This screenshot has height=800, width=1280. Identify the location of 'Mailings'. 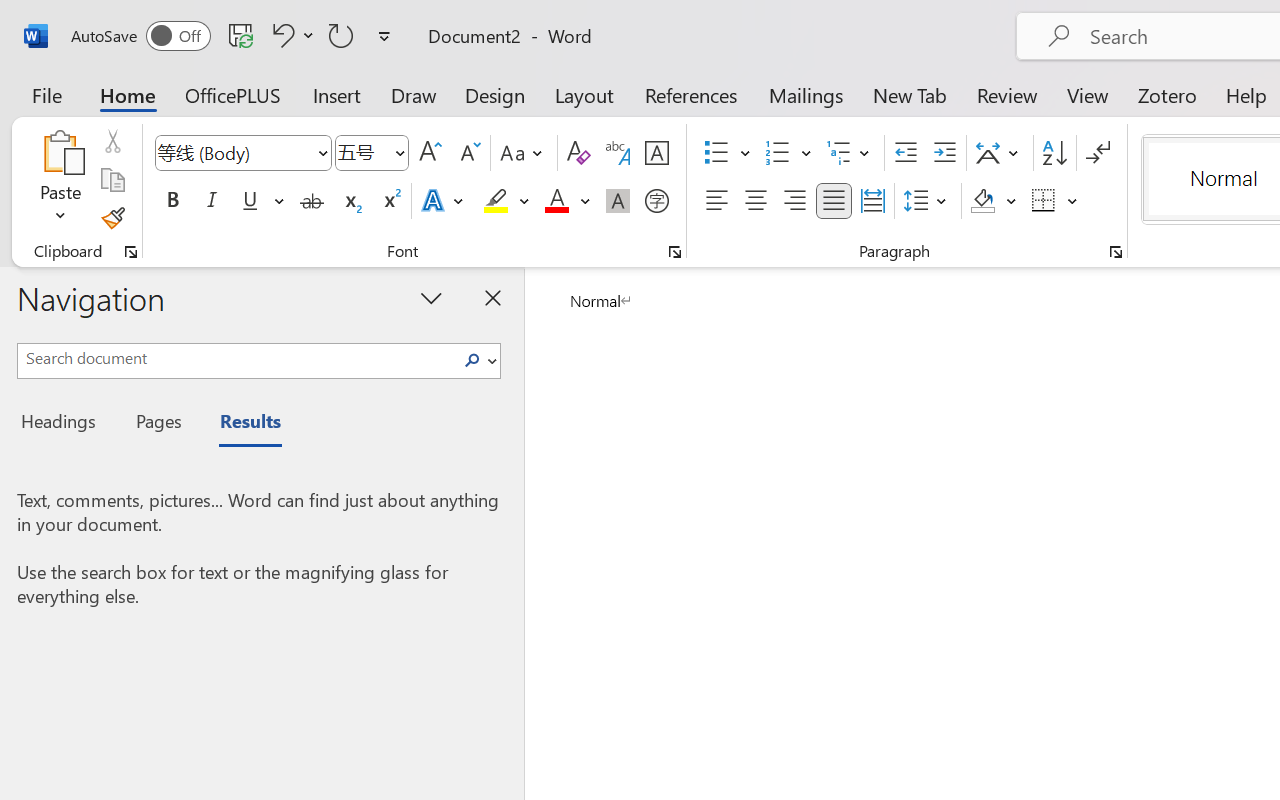
(806, 94).